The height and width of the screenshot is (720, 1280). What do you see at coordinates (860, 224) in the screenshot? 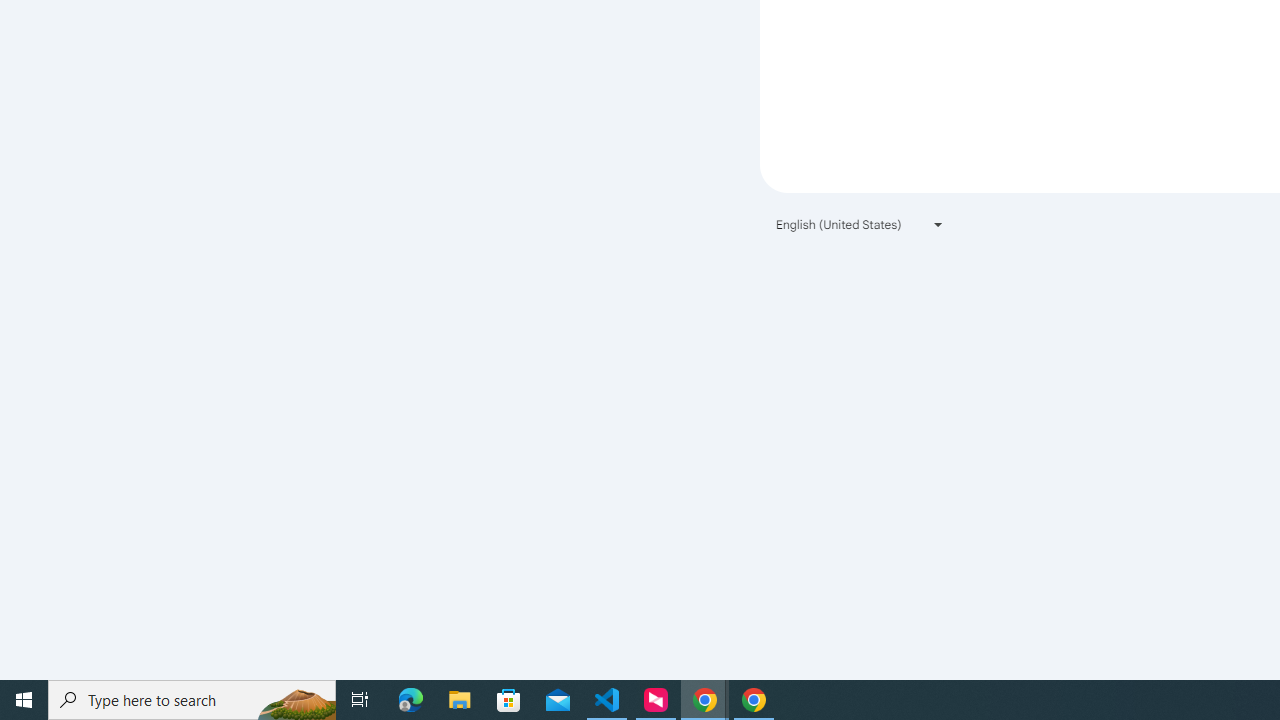
I see `'English (United States)'` at bounding box center [860, 224].